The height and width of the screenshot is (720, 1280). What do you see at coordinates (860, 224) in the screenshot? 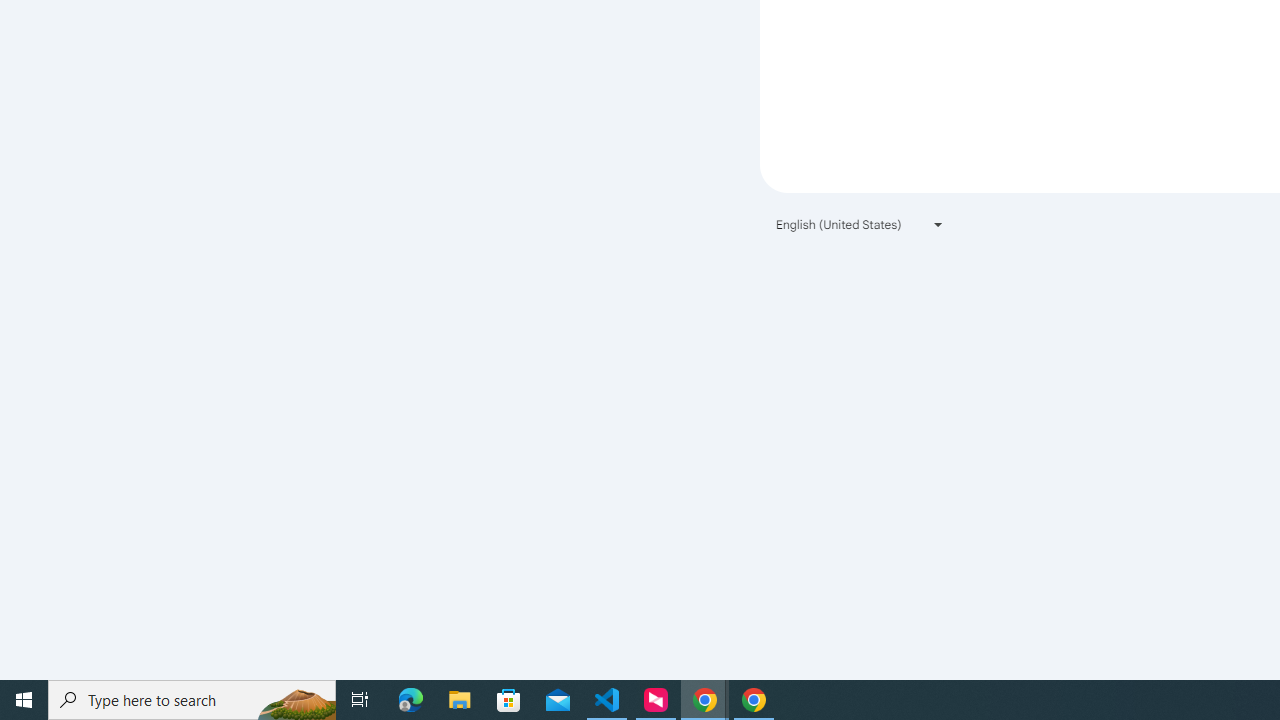
I see `'English (United States)'` at bounding box center [860, 224].